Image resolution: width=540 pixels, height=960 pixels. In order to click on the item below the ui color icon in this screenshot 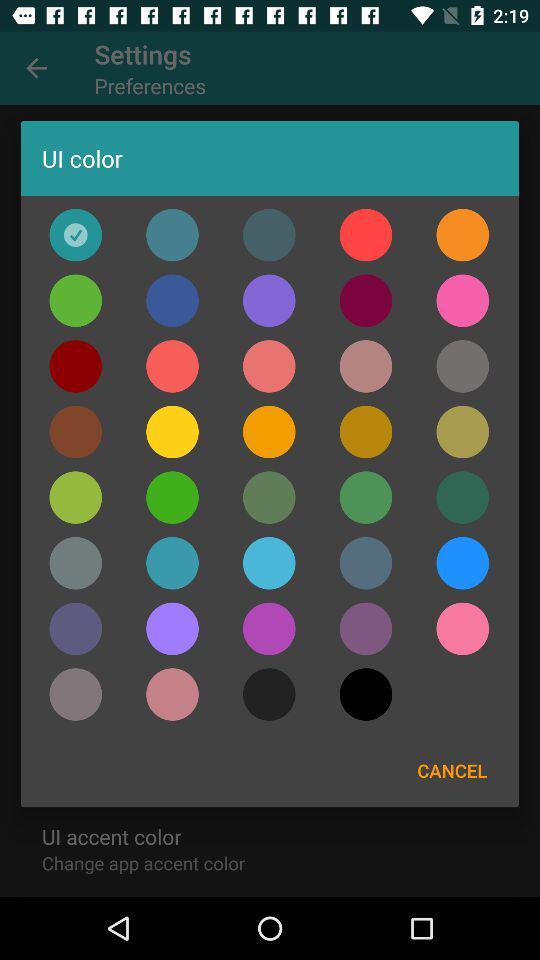, I will do `click(365, 235)`.